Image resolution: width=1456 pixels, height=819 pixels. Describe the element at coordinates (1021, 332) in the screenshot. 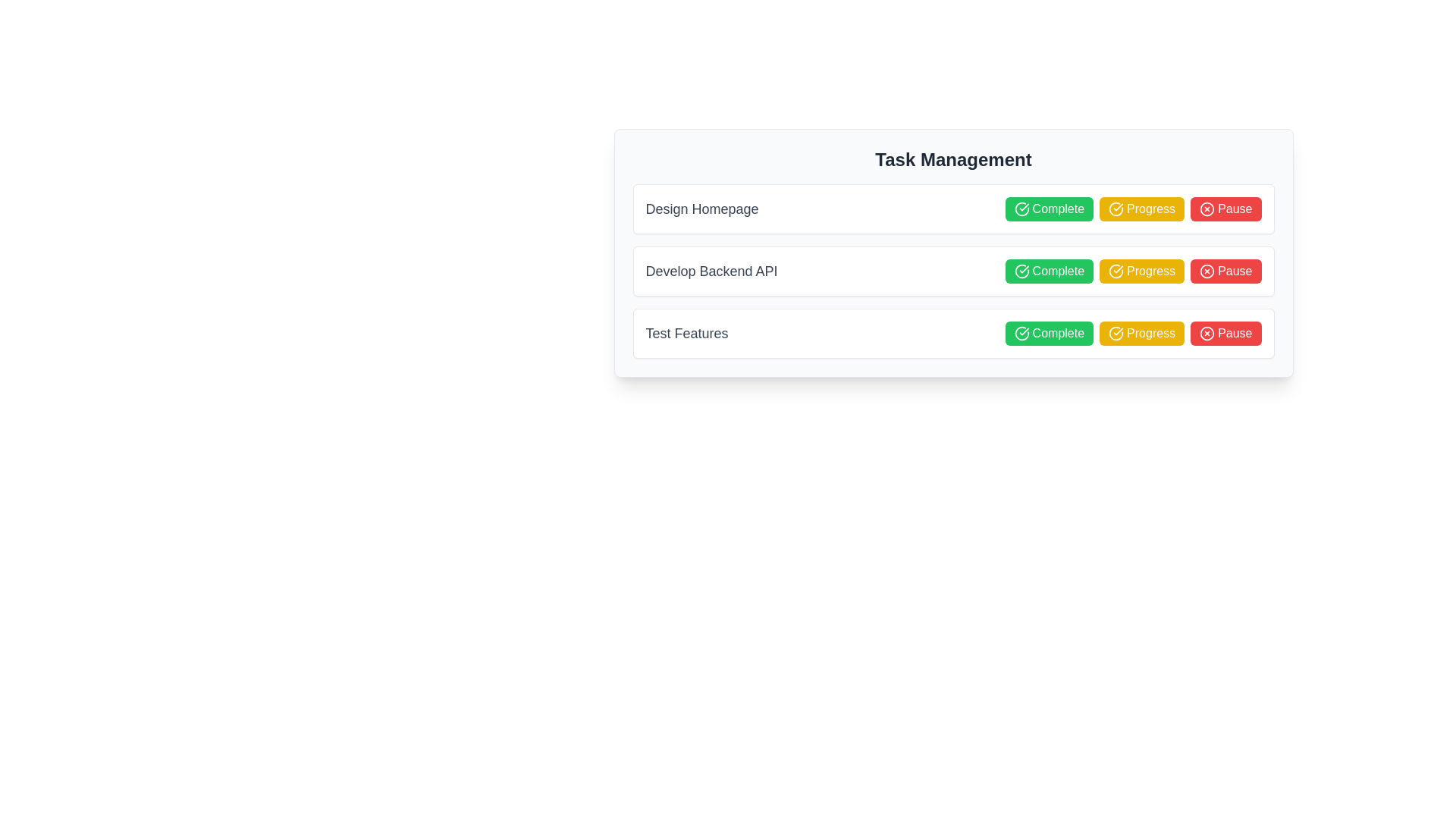

I see `the circular green outlined icon with a checkmark inside, located to the left of the 'Complete' button in the task management table` at that location.